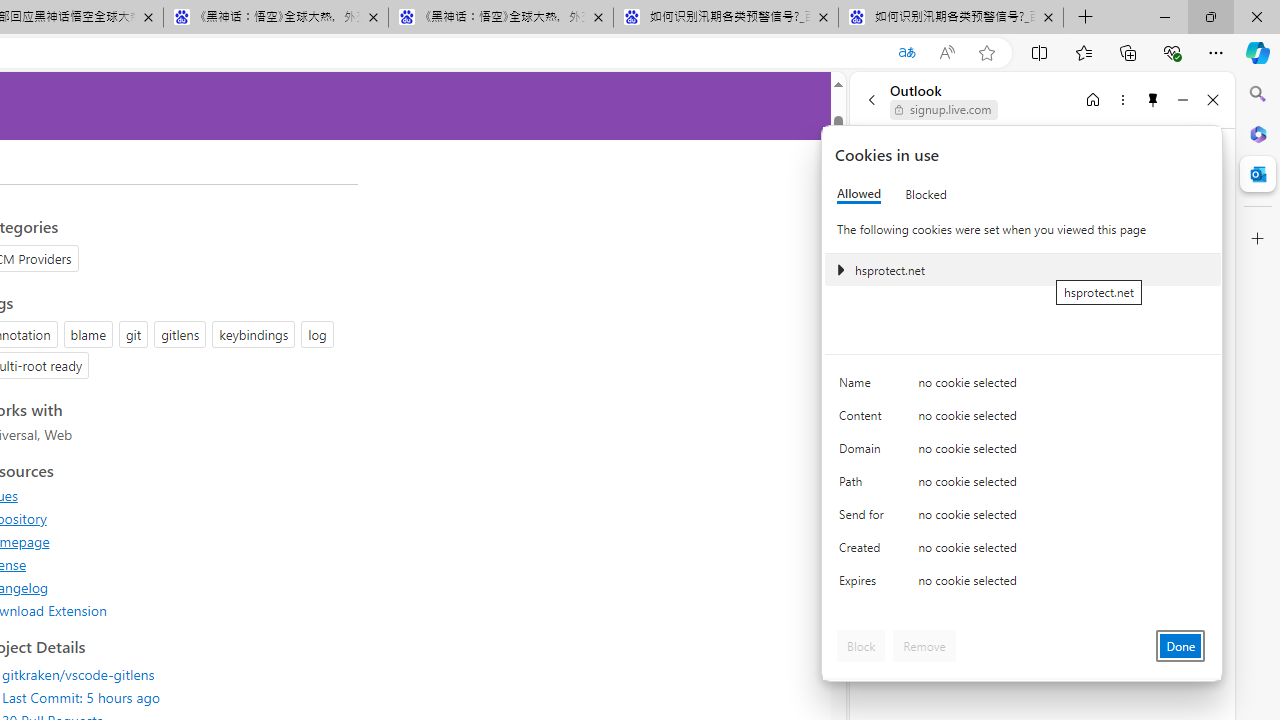 The height and width of the screenshot is (720, 1280). Describe the element at coordinates (865, 486) in the screenshot. I see `'Path'` at that location.